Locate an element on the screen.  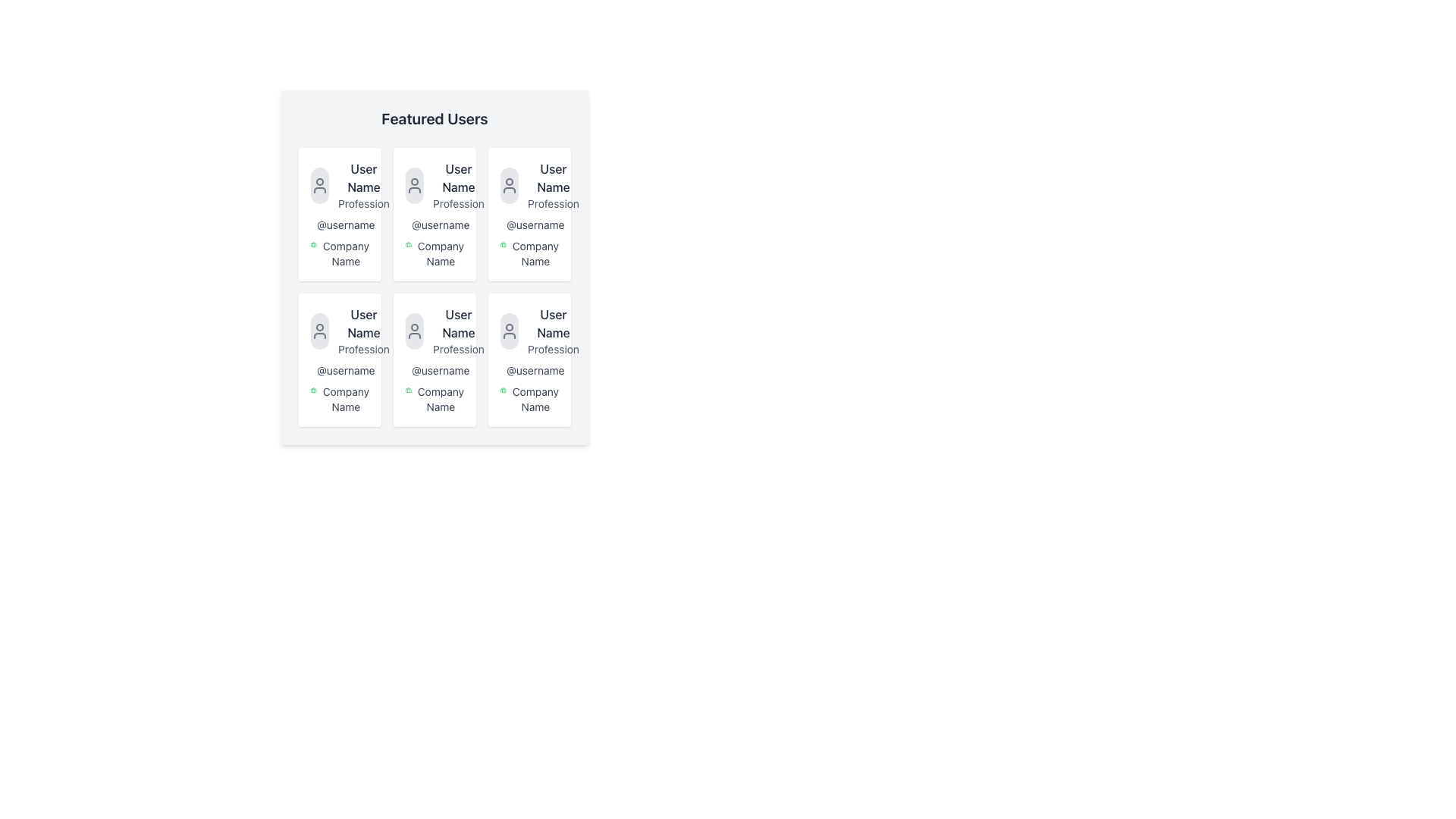
the green briefcase icon located next to the text 'Company Name' in the 'Featured Users' section is located at coordinates (408, 244).